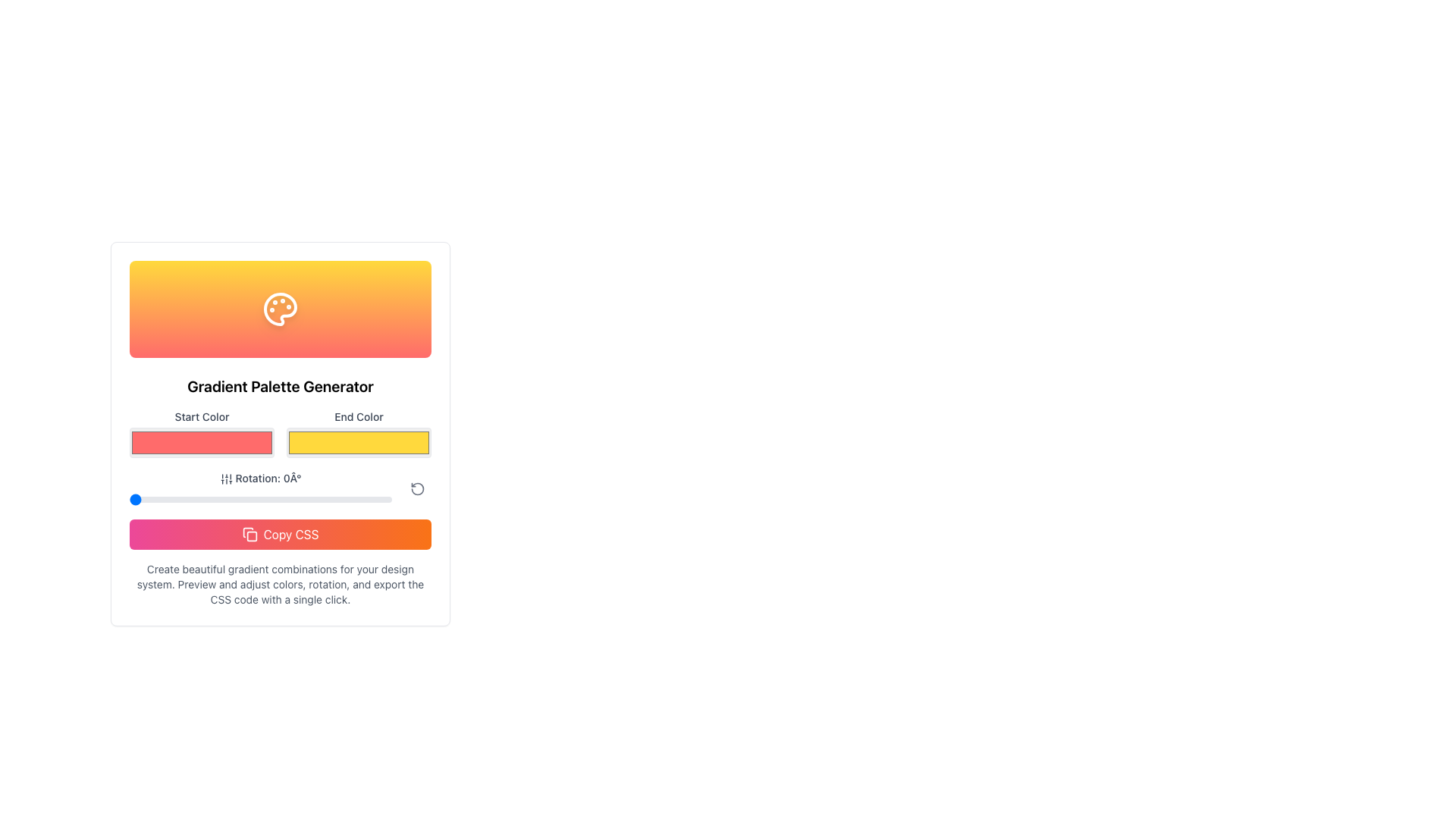 Image resolution: width=1456 pixels, height=819 pixels. Describe the element at coordinates (334, 500) in the screenshot. I see `the rotation` at that location.